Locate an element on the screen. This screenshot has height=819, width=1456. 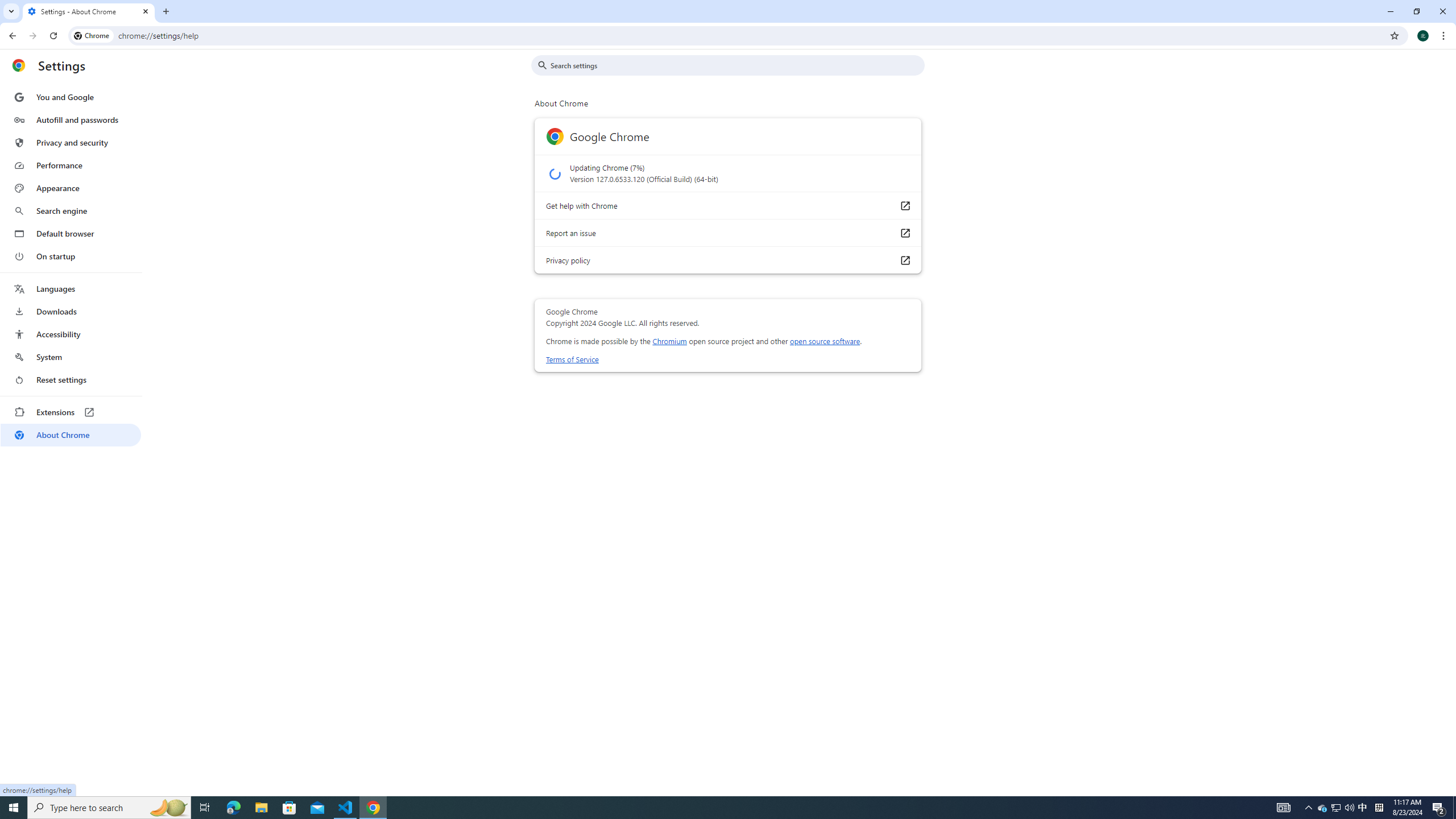
'Reset settings' is located at coordinates (70, 379).